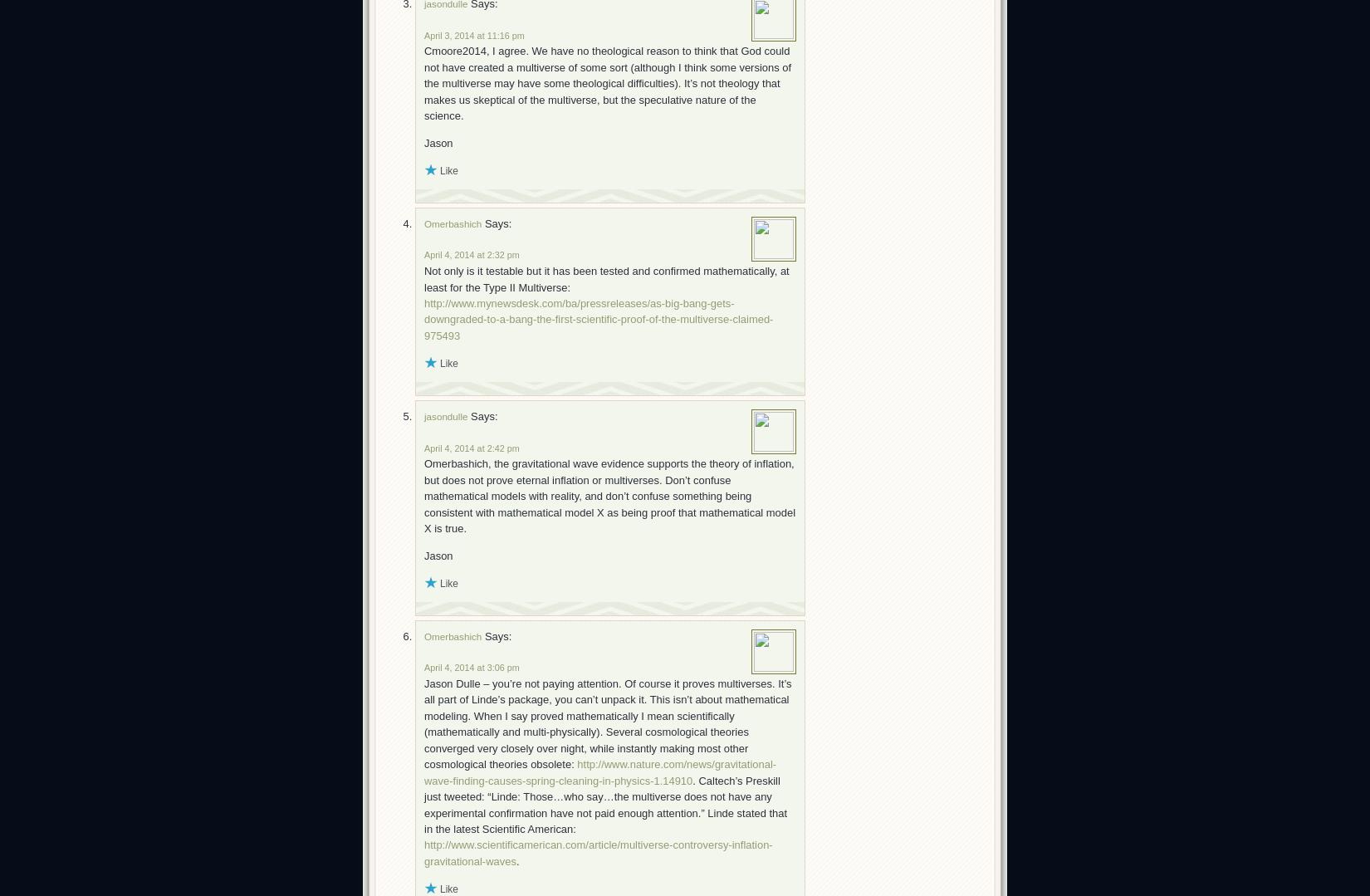 The width and height of the screenshot is (1370, 896). Describe the element at coordinates (606, 83) in the screenshot. I see `'Cmoore2014, I agree.  We have no theological reason to think that God could not have created a multiverse of some sort (although I think some versions of the multiverse may have some theological difficulties).  It’s not theology that makes us skeptical of the multiverse, but the speculative nature of the science.'` at that location.